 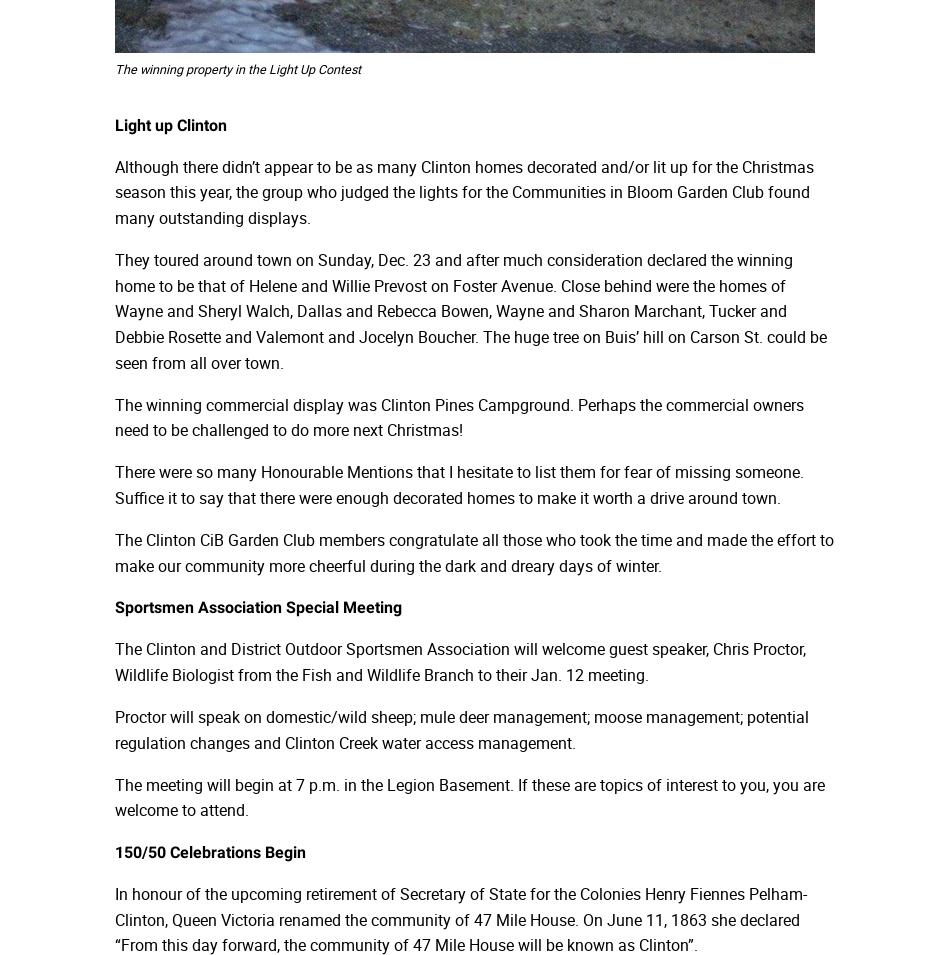 I want to click on '150/50 Celebrations Begin', so click(x=210, y=852).